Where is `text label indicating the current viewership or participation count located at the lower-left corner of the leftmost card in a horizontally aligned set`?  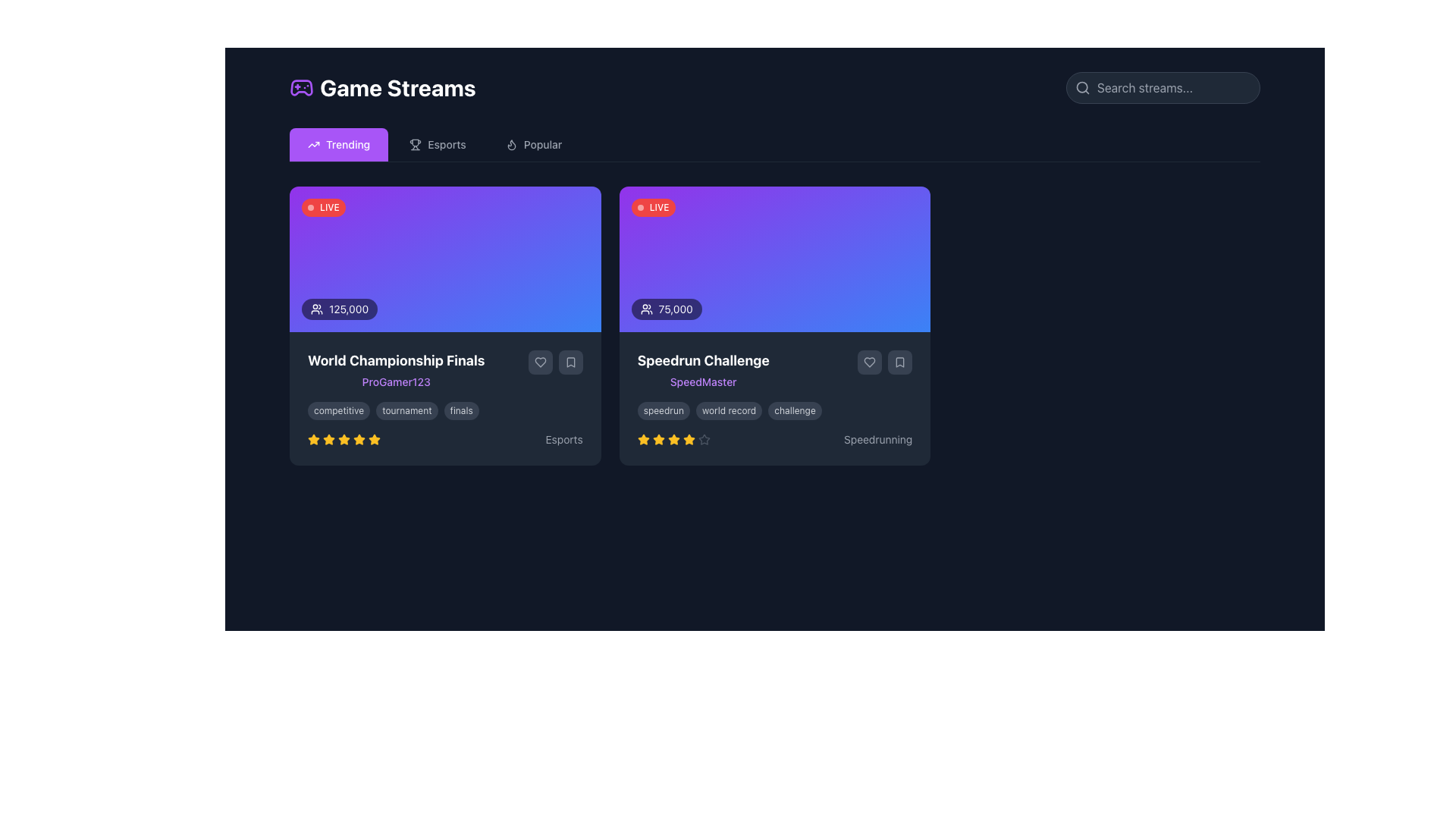
text label indicating the current viewership or participation count located at the lower-left corner of the leftmost card in a horizontally aligned set is located at coordinates (348, 309).